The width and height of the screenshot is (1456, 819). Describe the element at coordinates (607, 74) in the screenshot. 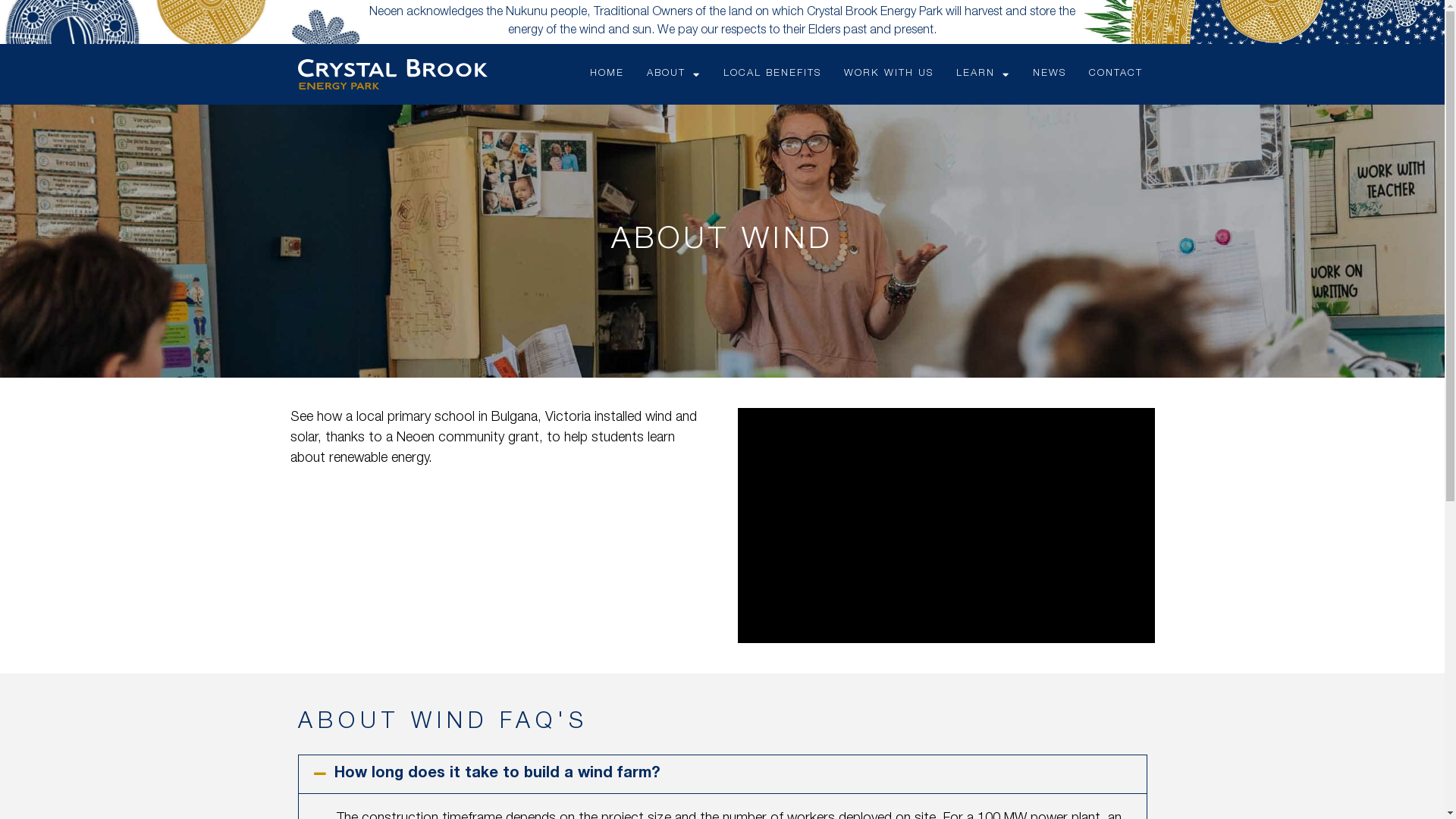

I see `'HOME'` at that location.